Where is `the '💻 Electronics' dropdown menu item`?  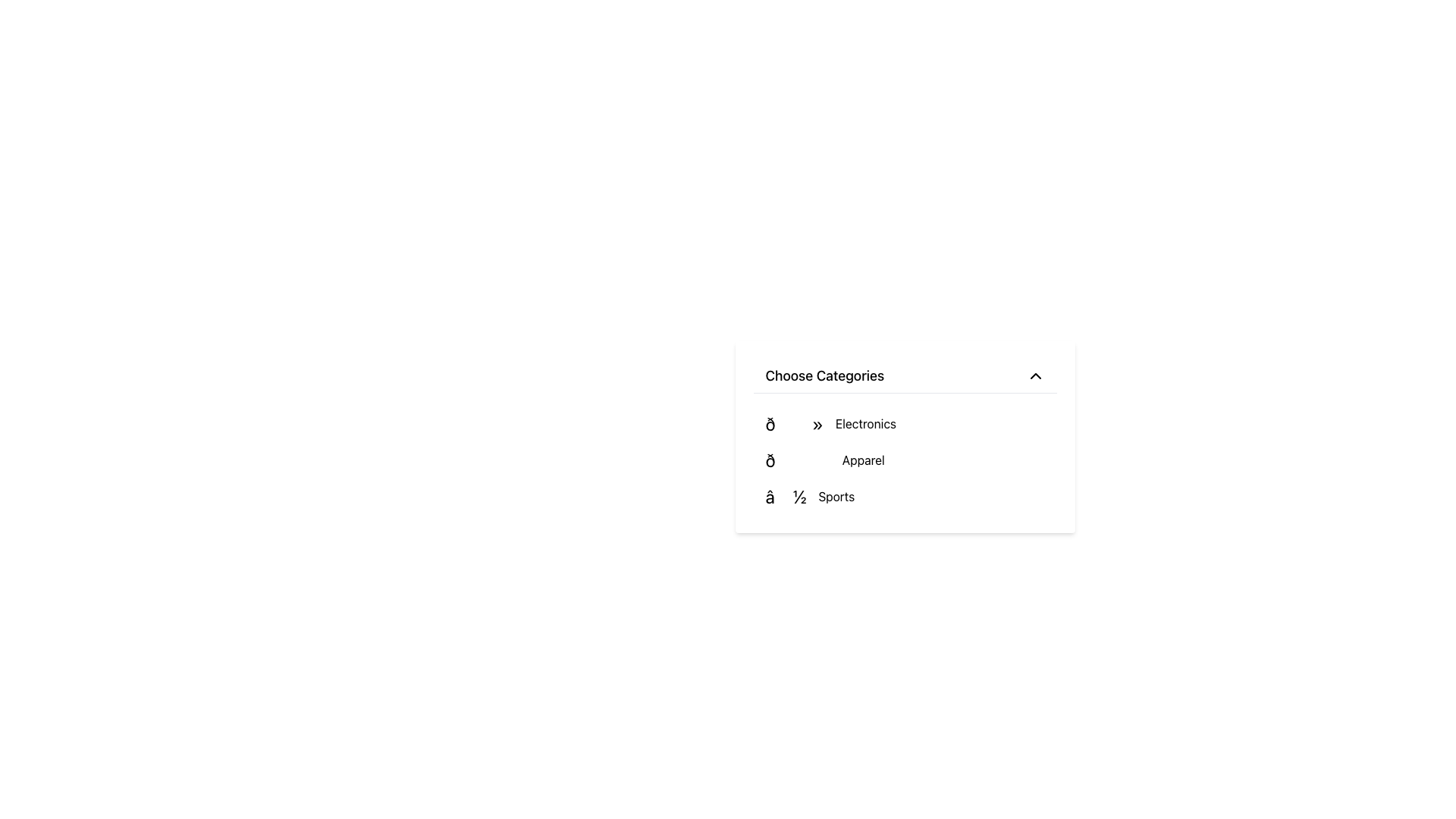 the '💻 Electronics' dropdown menu item is located at coordinates (830, 424).